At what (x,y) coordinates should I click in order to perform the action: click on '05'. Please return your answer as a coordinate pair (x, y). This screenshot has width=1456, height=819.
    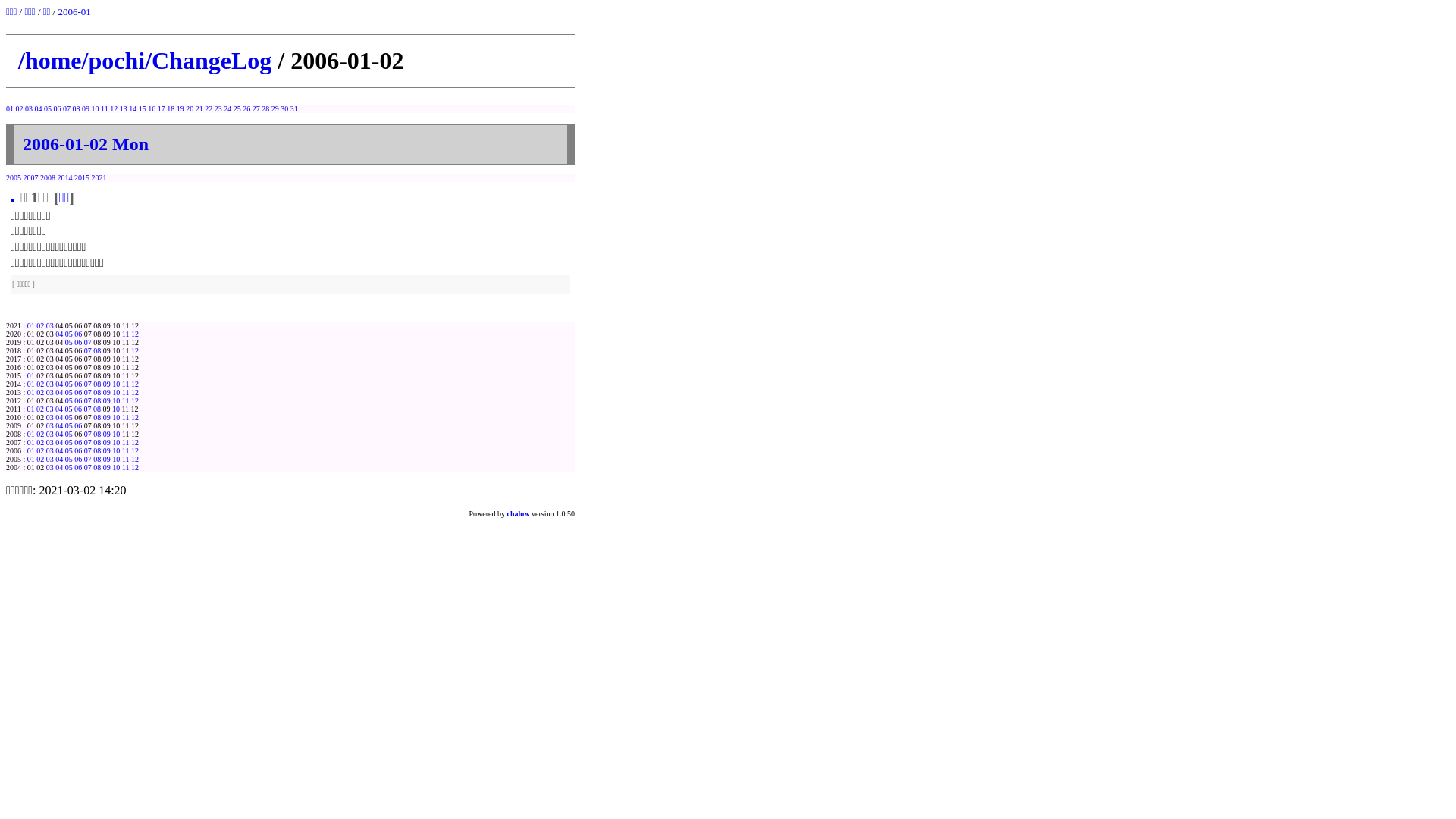
    Looking at the image, I should click on (68, 383).